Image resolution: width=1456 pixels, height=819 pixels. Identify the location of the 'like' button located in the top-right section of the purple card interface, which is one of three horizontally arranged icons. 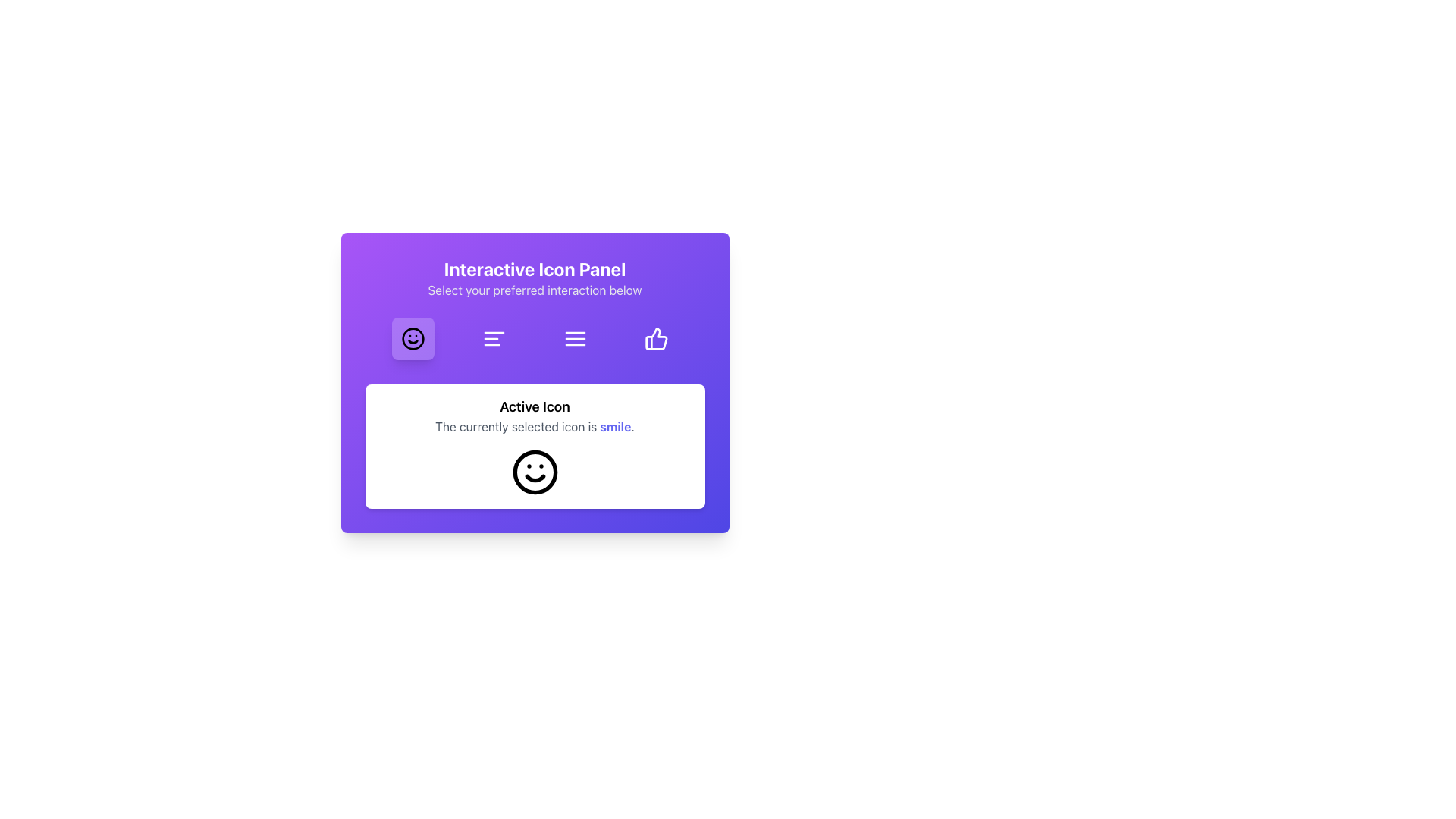
(657, 338).